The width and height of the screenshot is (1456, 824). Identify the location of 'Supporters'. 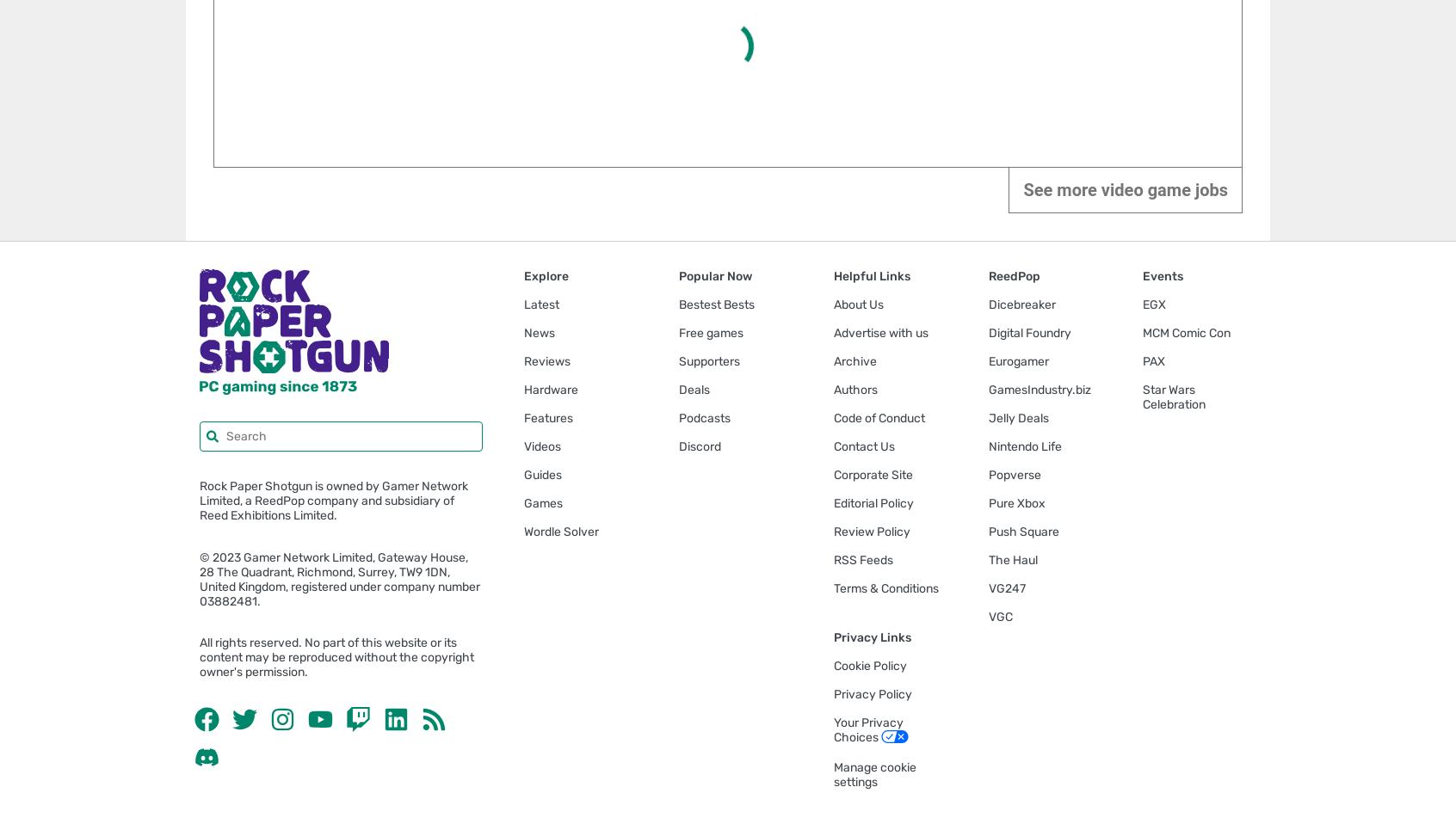
(709, 360).